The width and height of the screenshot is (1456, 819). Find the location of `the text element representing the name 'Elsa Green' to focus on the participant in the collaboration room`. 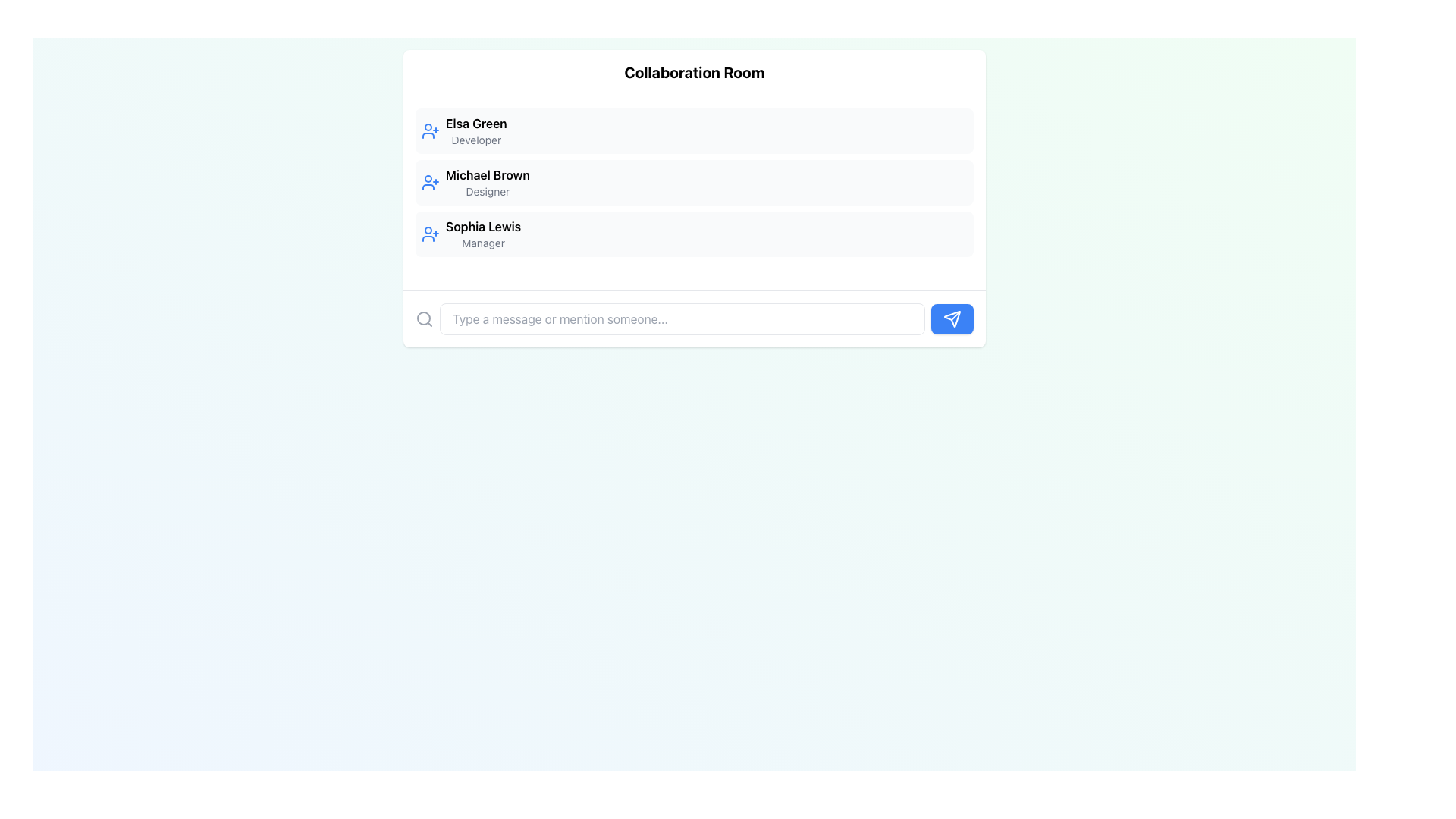

the text element representing the name 'Elsa Green' to focus on the participant in the collaboration room is located at coordinates (475, 122).